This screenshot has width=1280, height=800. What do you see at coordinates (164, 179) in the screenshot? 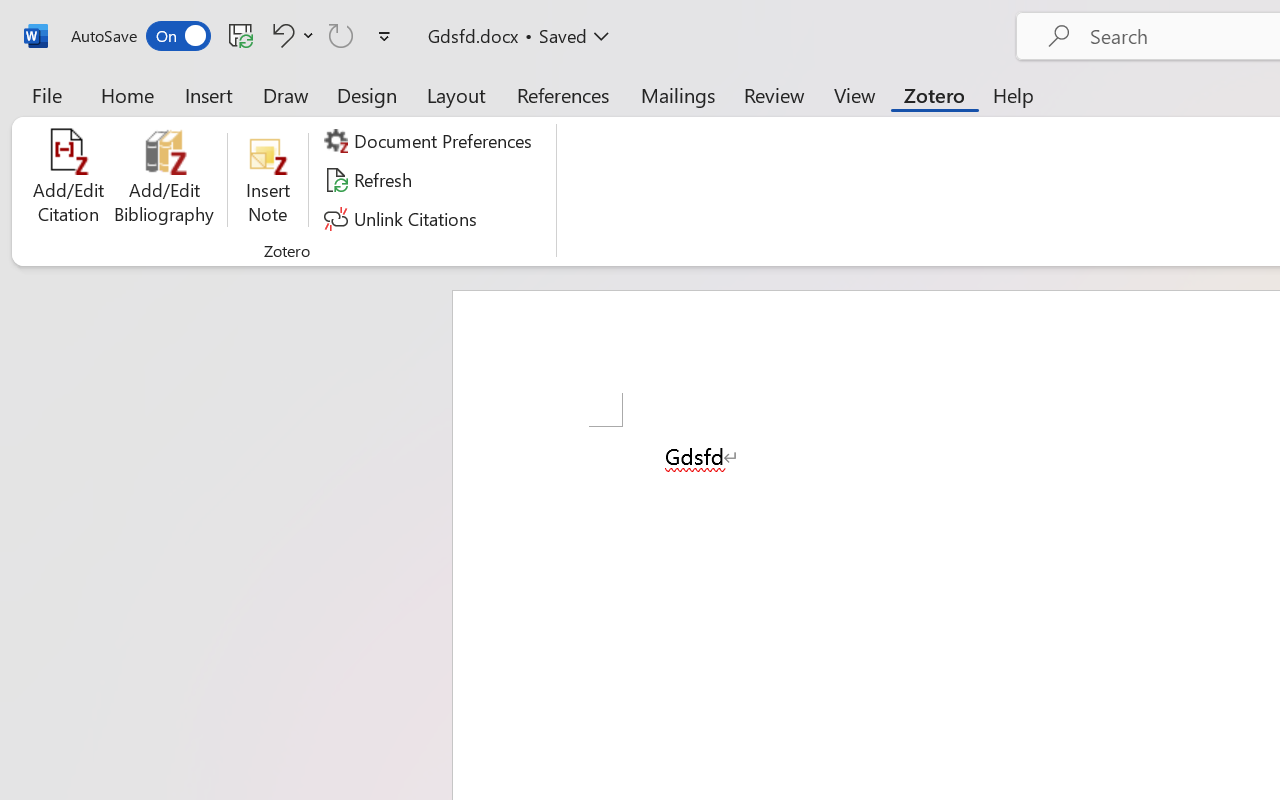
I see `'Add/Edit Bibliography'` at bounding box center [164, 179].